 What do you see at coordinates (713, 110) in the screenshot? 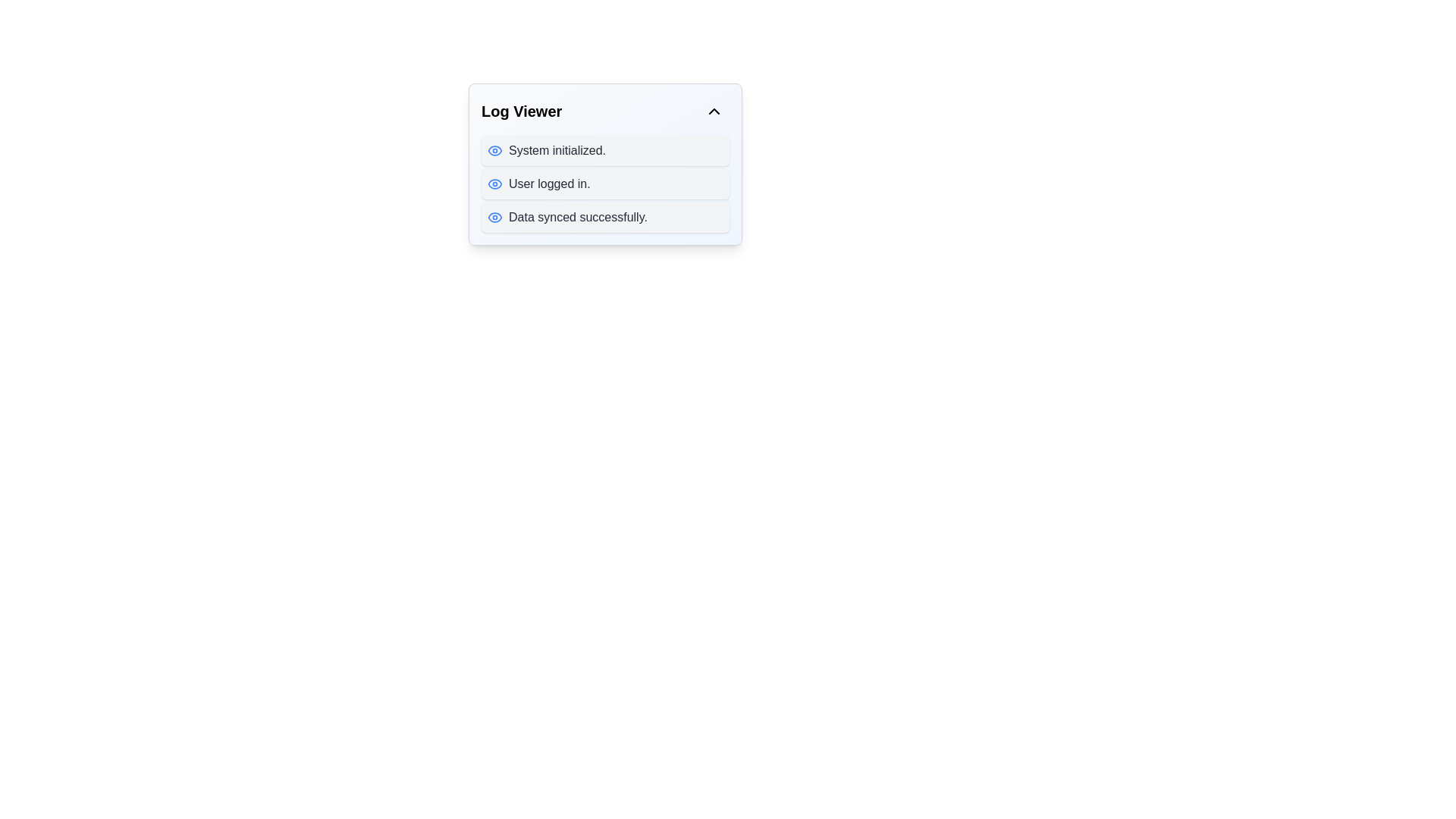
I see `the toggle button located at the top-right corner of the 'Log Viewer' panel` at bounding box center [713, 110].